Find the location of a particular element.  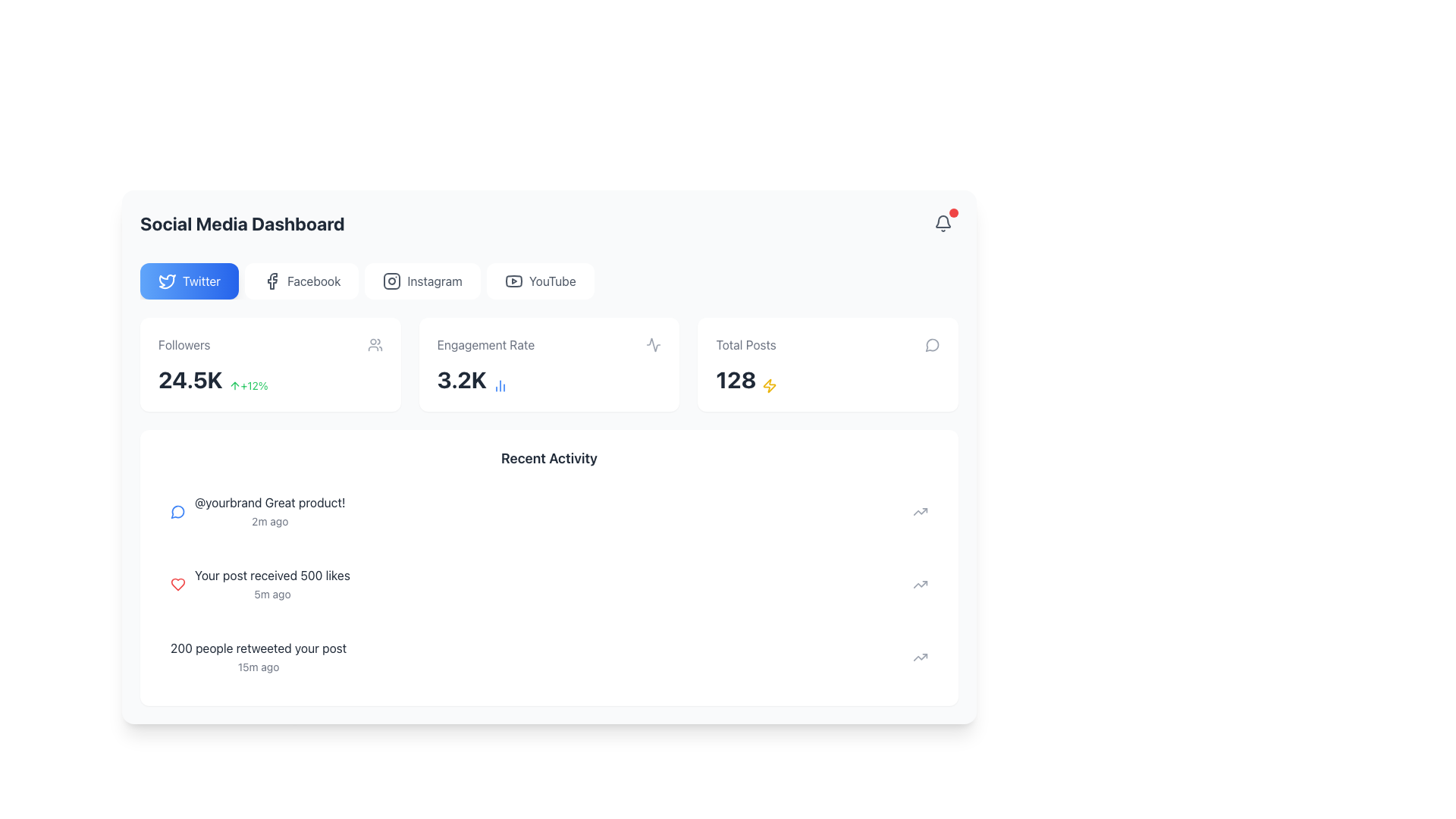

the bold, large number '128' in the 'Total Posts' section of the dashboard for accessibility is located at coordinates (736, 379).